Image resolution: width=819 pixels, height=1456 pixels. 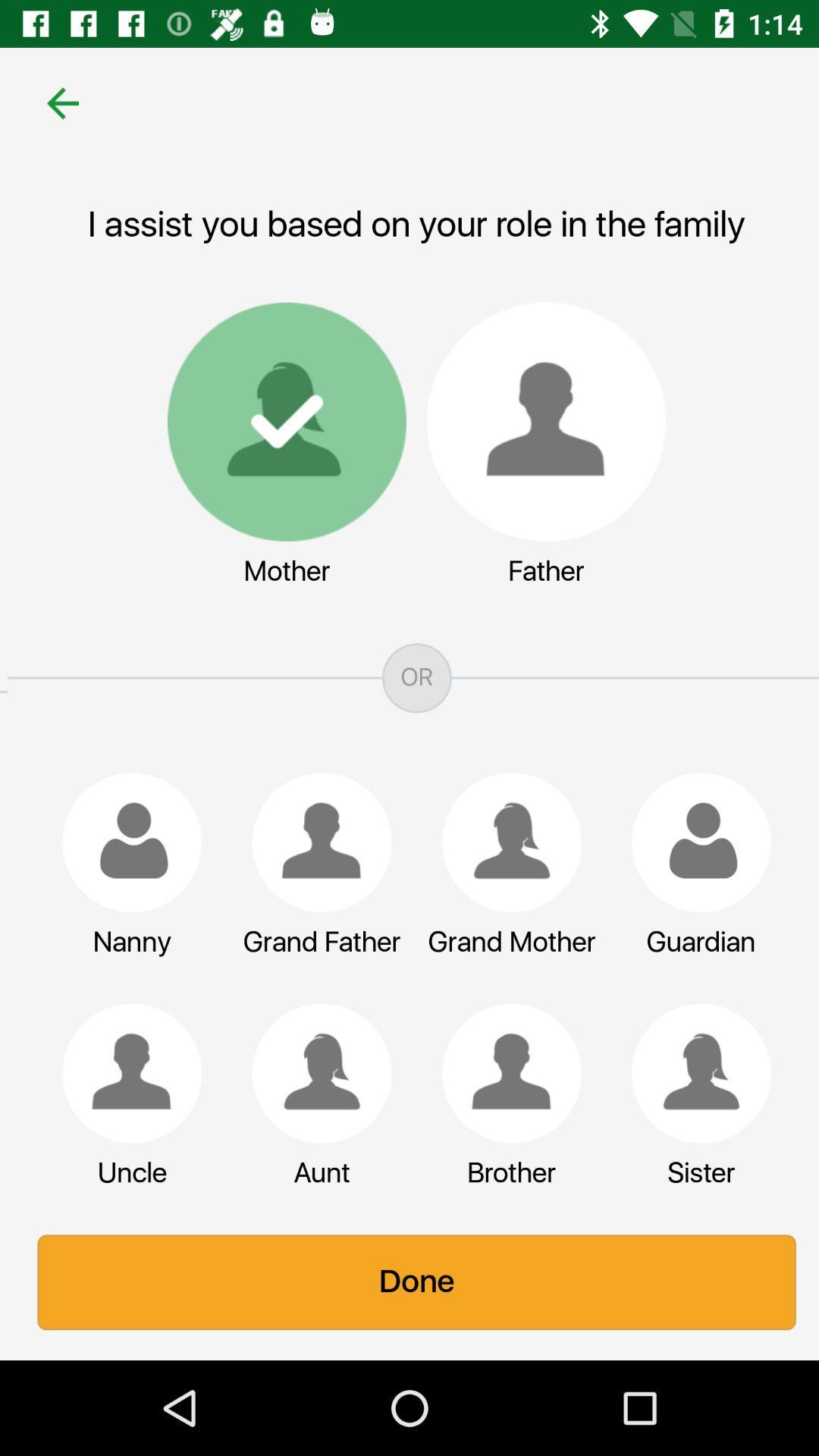 I want to click on item above the brother item, so click(x=504, y=1072).